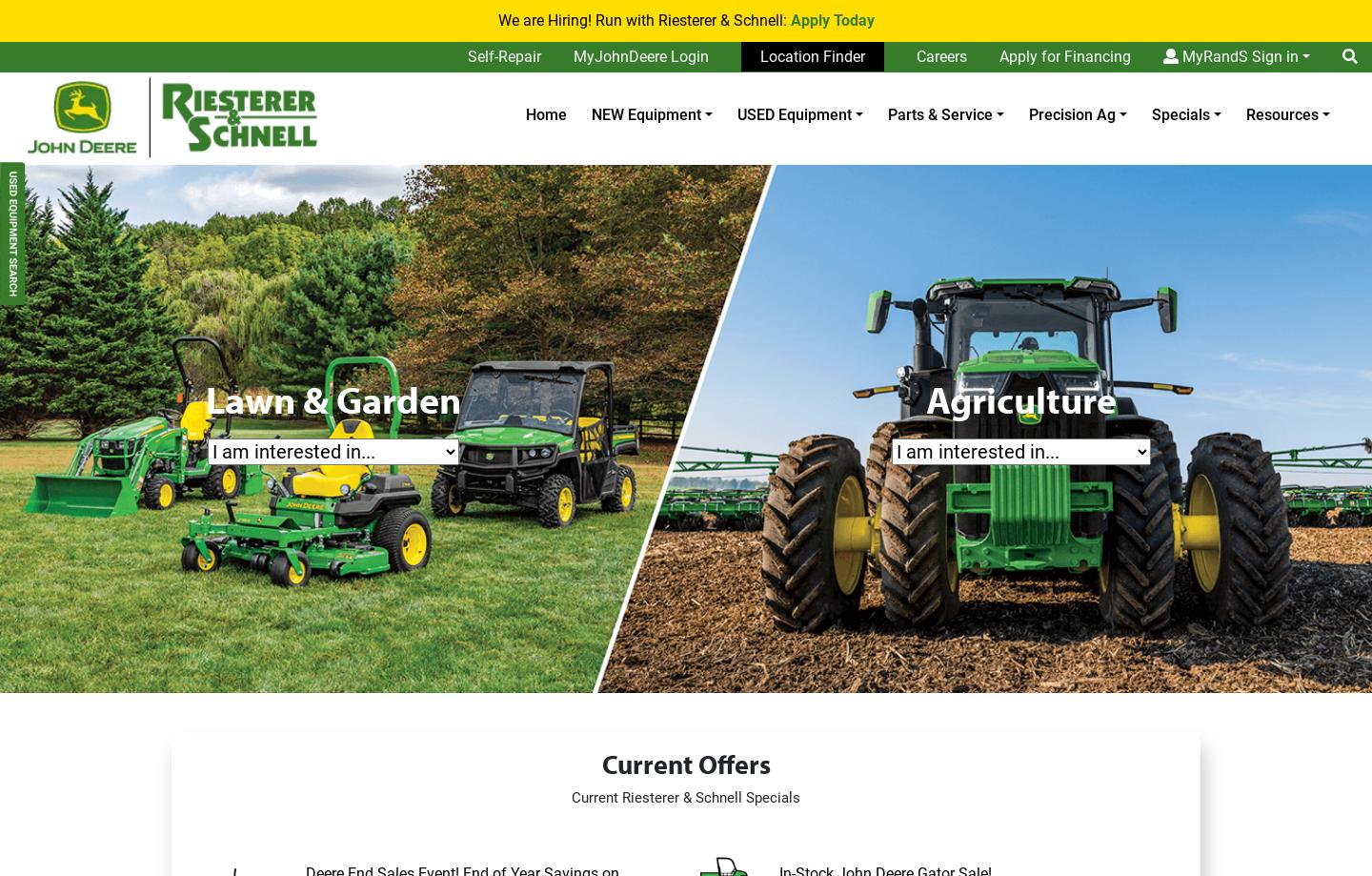  Describe the element at coordinates (545, 113) in the screenshot. I see `'Home'` at that location.